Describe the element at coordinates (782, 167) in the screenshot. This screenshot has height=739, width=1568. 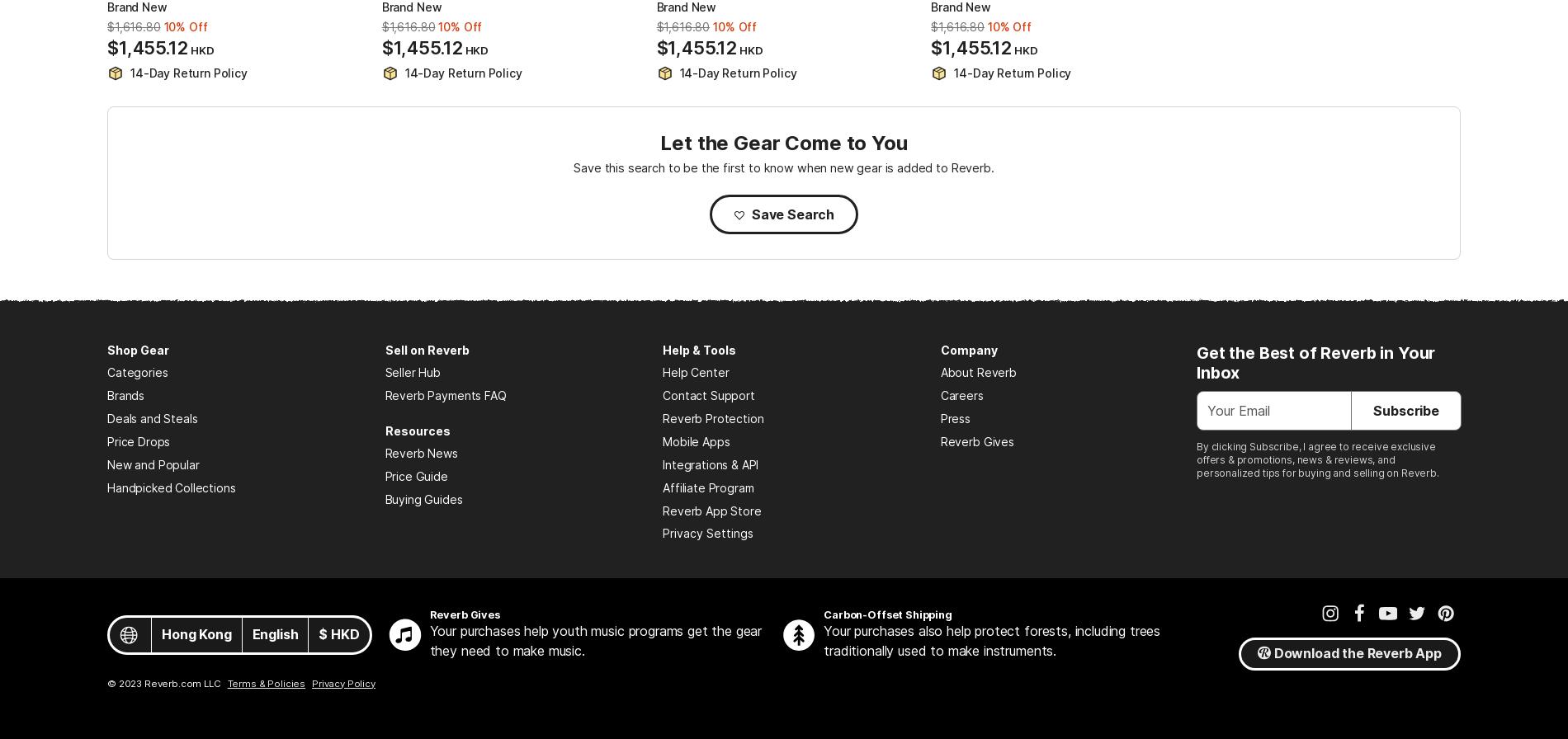
I see `'Save this search to be the first to know when new gear is added to Reverb.'` at that location.